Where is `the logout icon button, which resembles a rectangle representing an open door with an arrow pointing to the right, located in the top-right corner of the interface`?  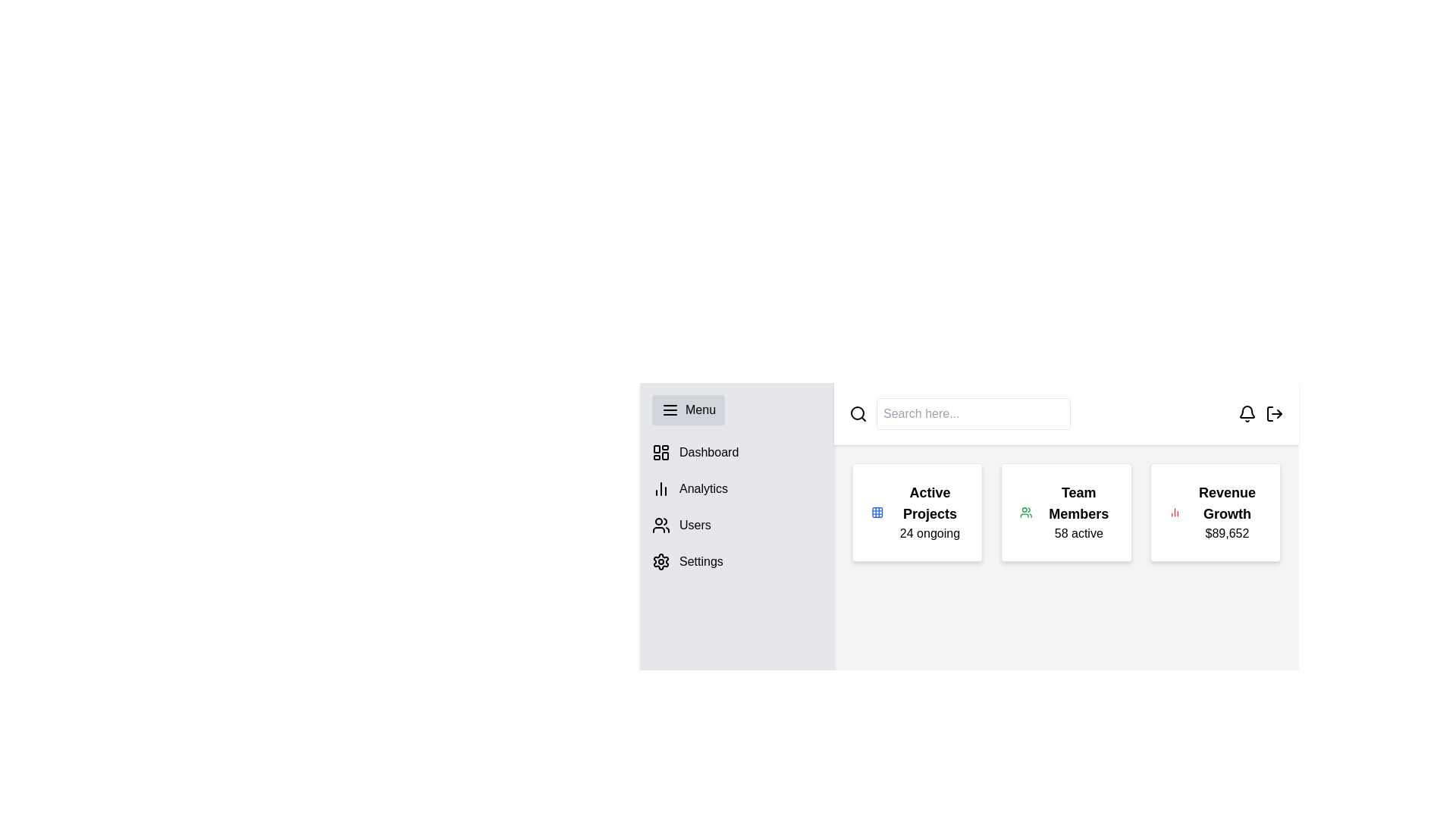
the logout icon button, which resembles a rectangle representing an open door with an arrow pointing to the right, located in the top-right corner of the interface is located at coordinates (1274, 414).